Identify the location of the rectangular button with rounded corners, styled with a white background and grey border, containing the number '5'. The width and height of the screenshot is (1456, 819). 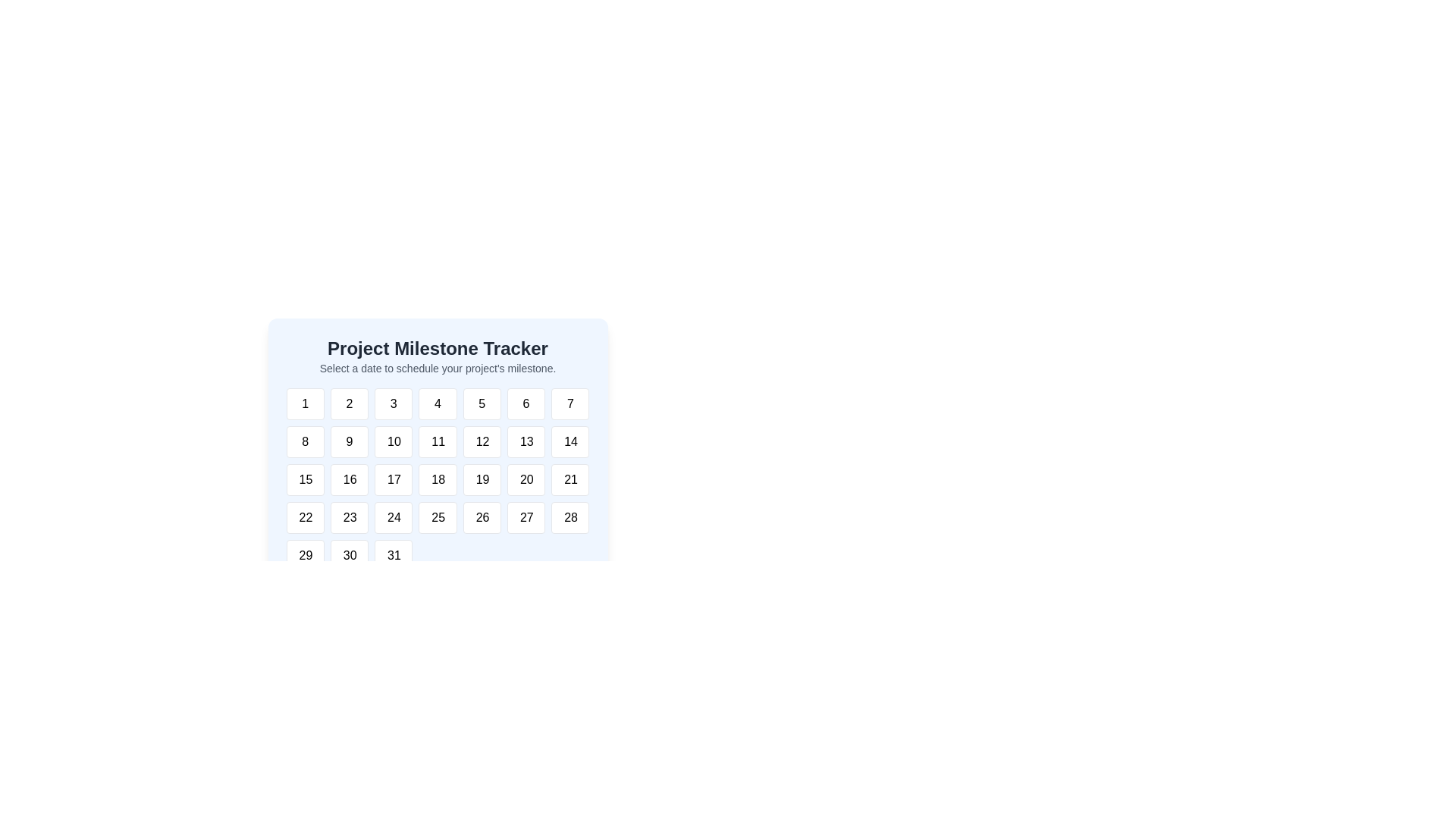
(481, 403).